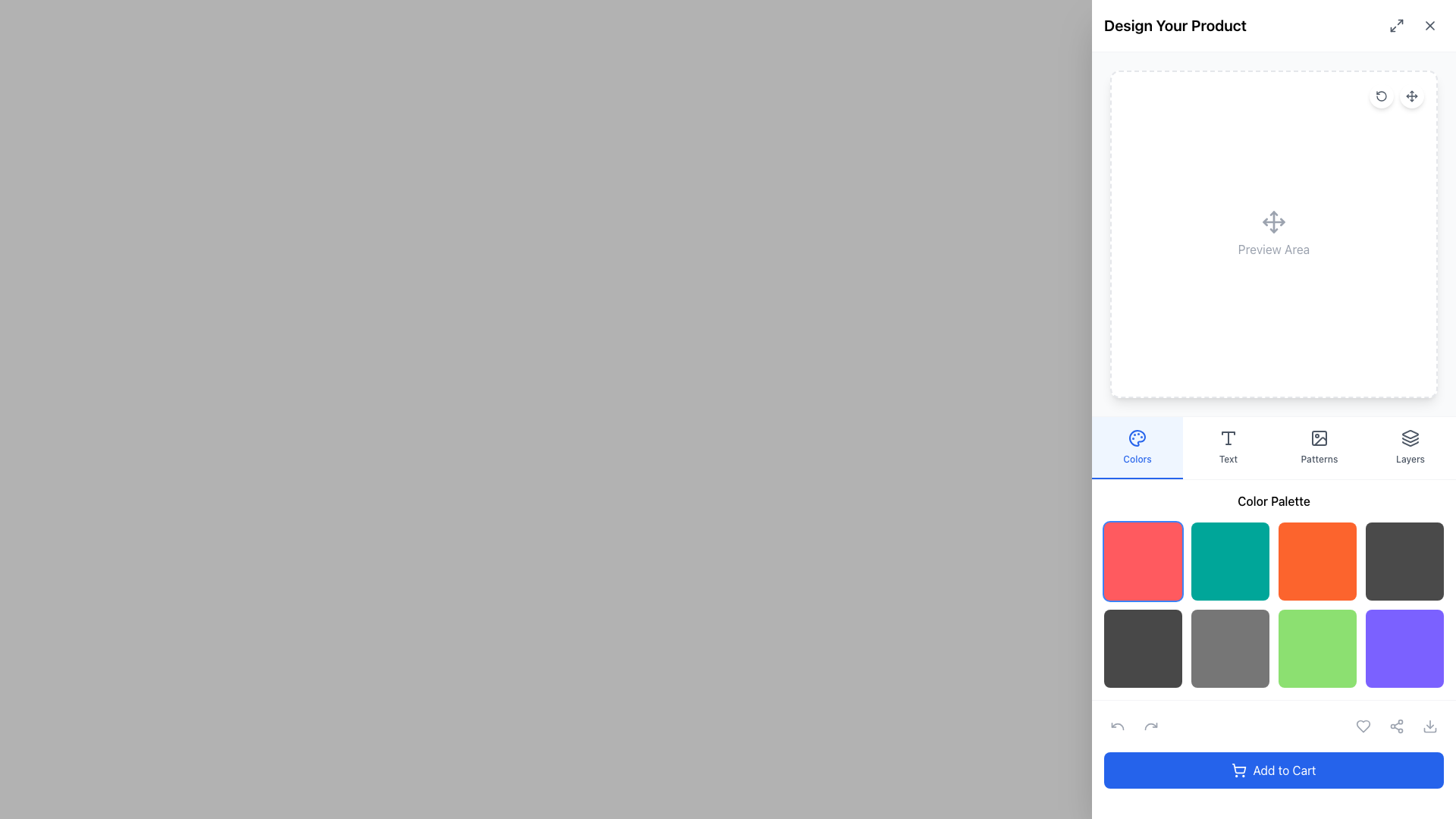 This screenshot has height=819, width=1456. I want to click on the download icon button located at the bottom right corner of the interface to initiate the download, so click(1429, 725).